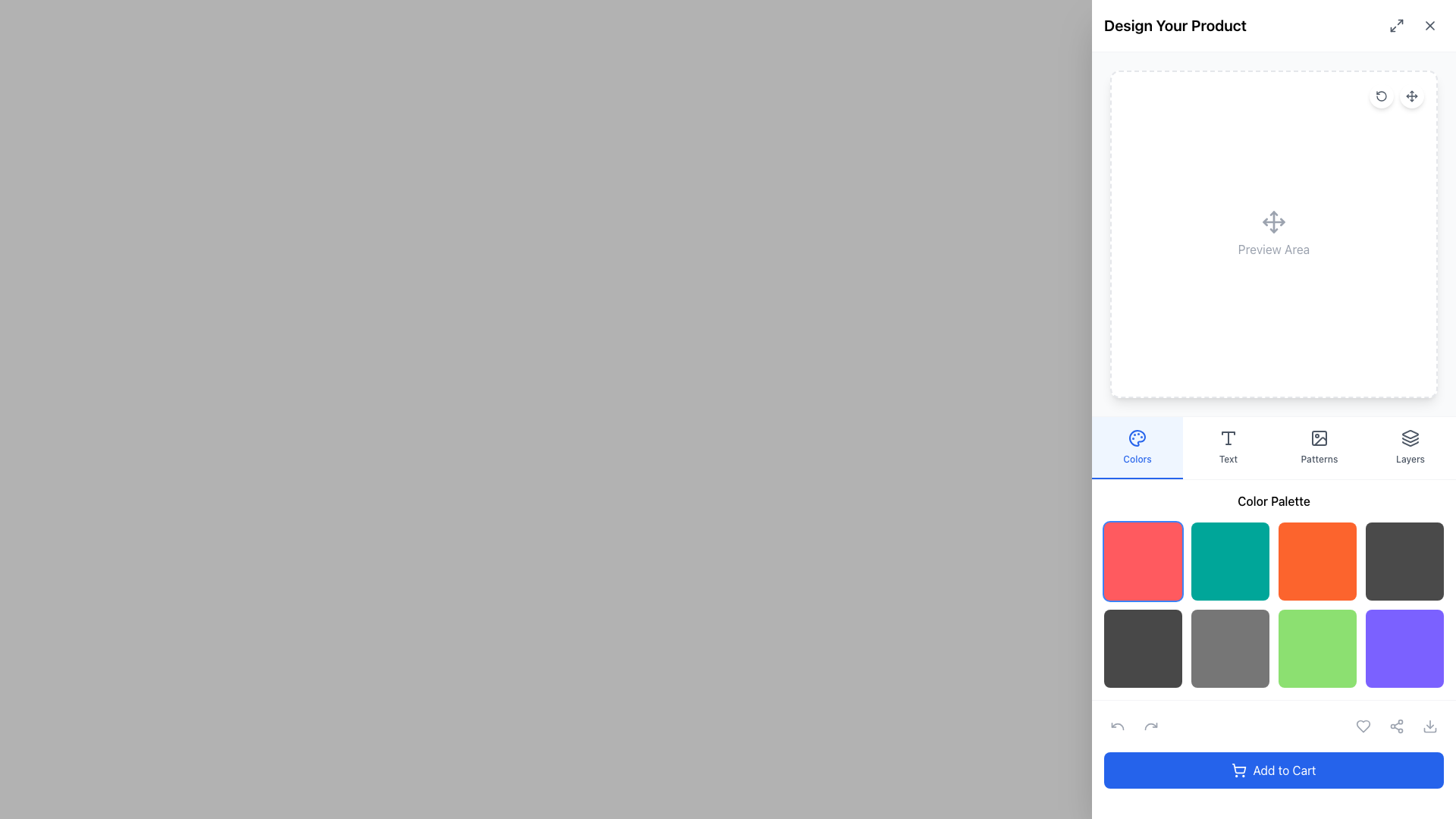 This screenshot has height=819, width=1456. I want to click on the download icon button located at the bottom right corner of the interface to initiate the download, so click(1429, 725).